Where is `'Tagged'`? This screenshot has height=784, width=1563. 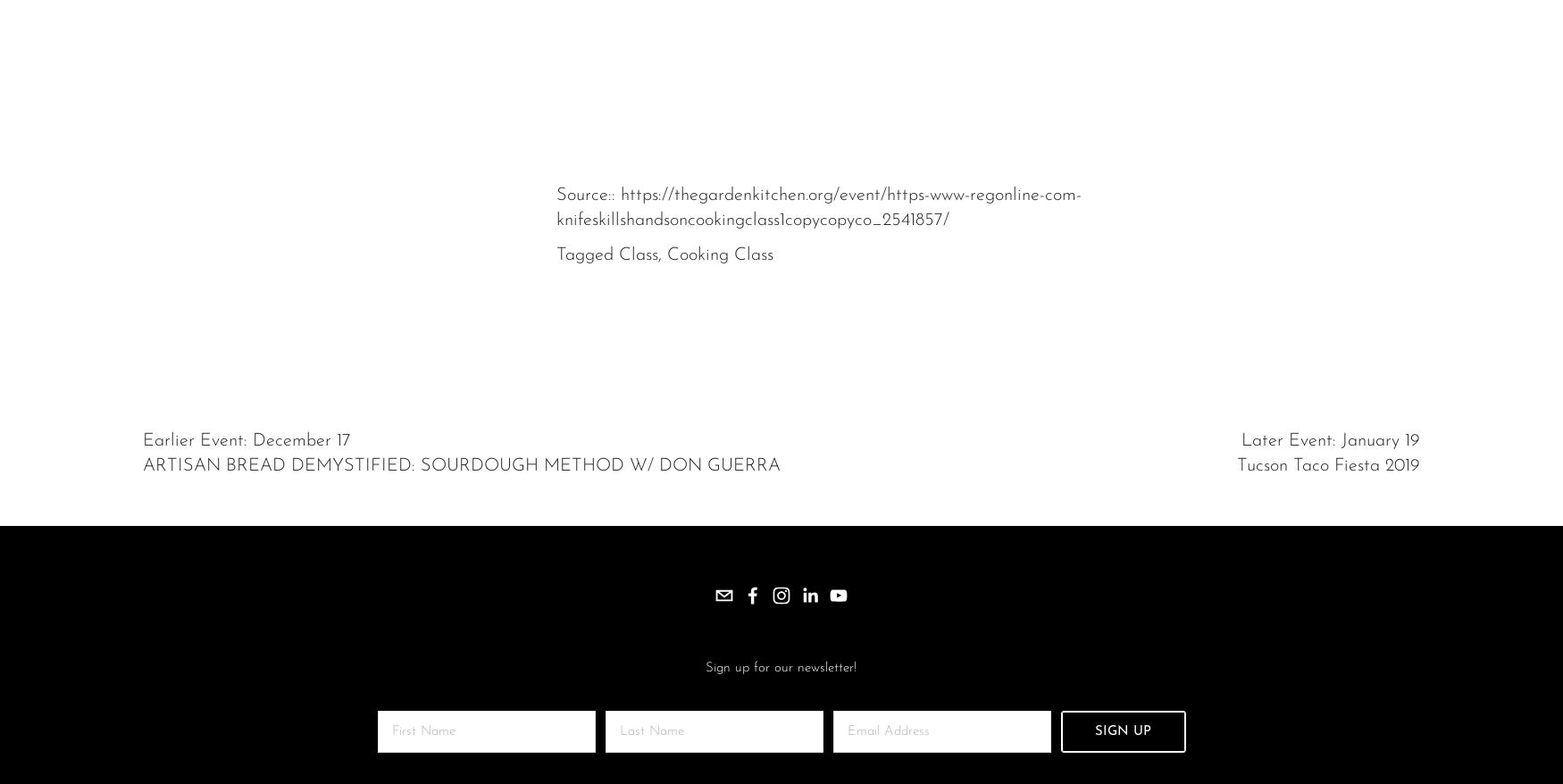
'Tagged' is located at coordinates (587, 253).